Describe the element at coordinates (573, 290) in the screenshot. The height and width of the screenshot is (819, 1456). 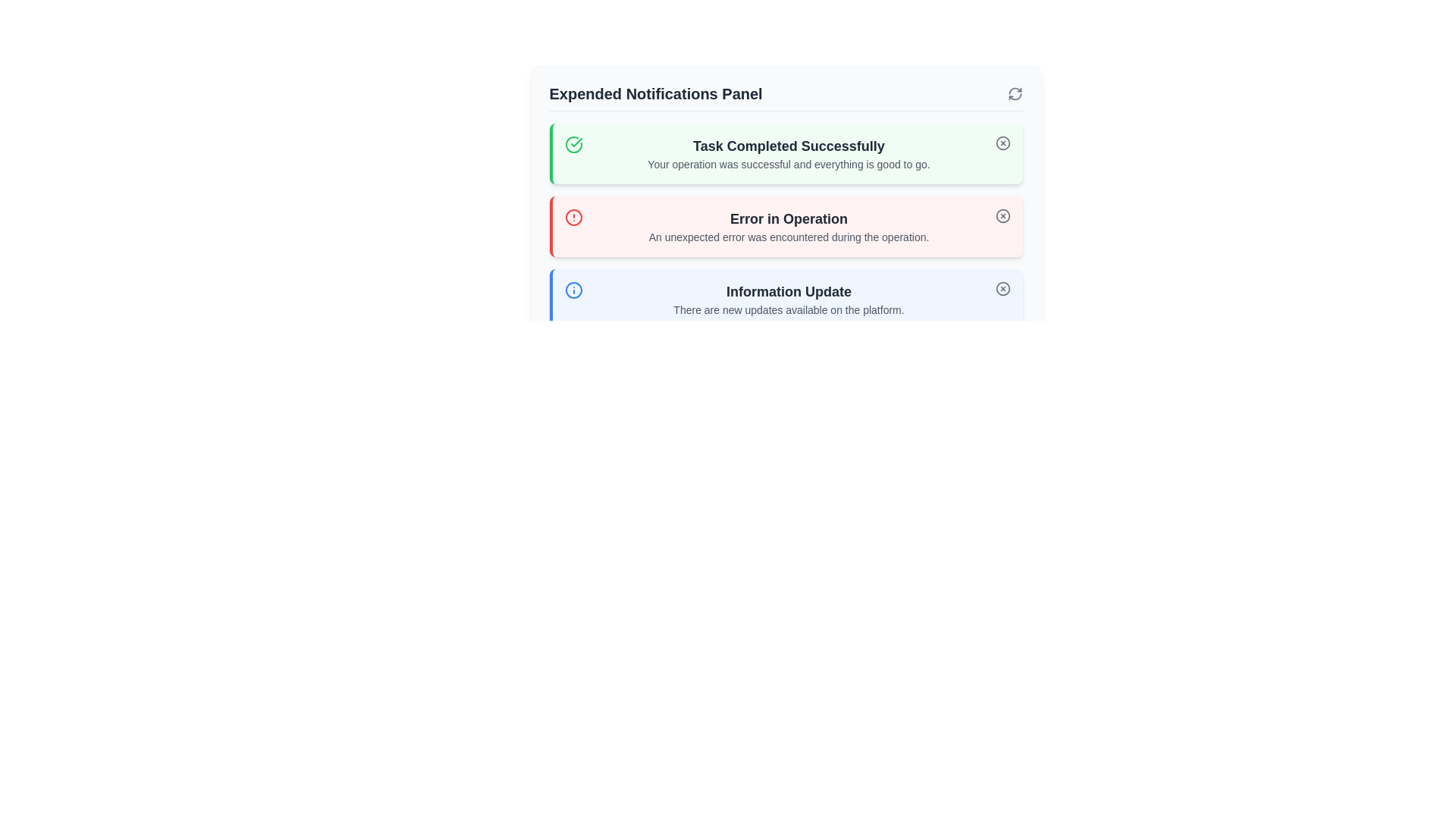
I see `the circular icon with a blue outline resembling an 'info' symbol, located at the leftmost side of the 'Information Update' notification row` at that location.